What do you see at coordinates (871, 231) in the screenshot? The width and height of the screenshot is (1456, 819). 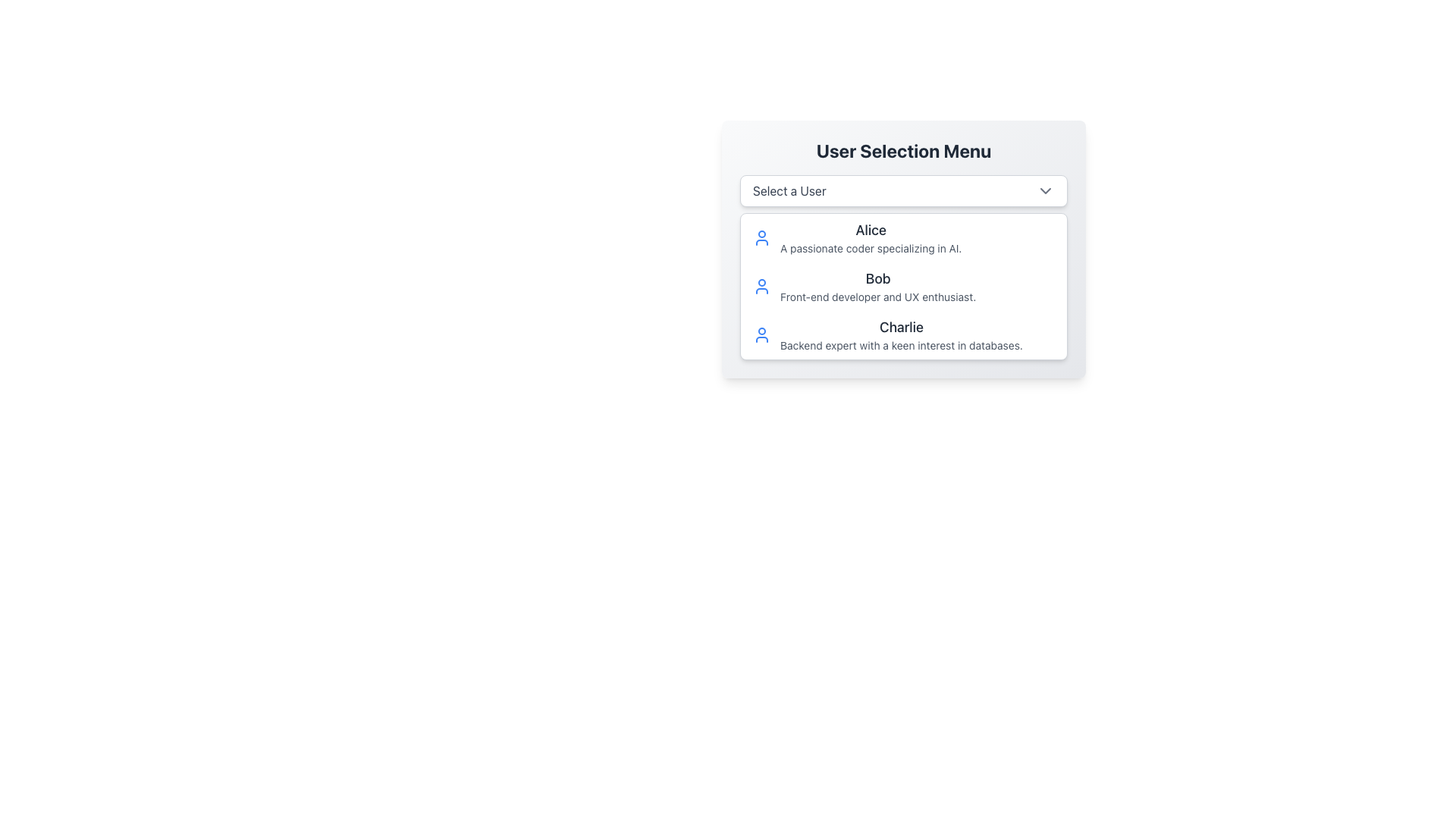 I see `the user's name in the user selection menu` at bounding box center [871, 231].